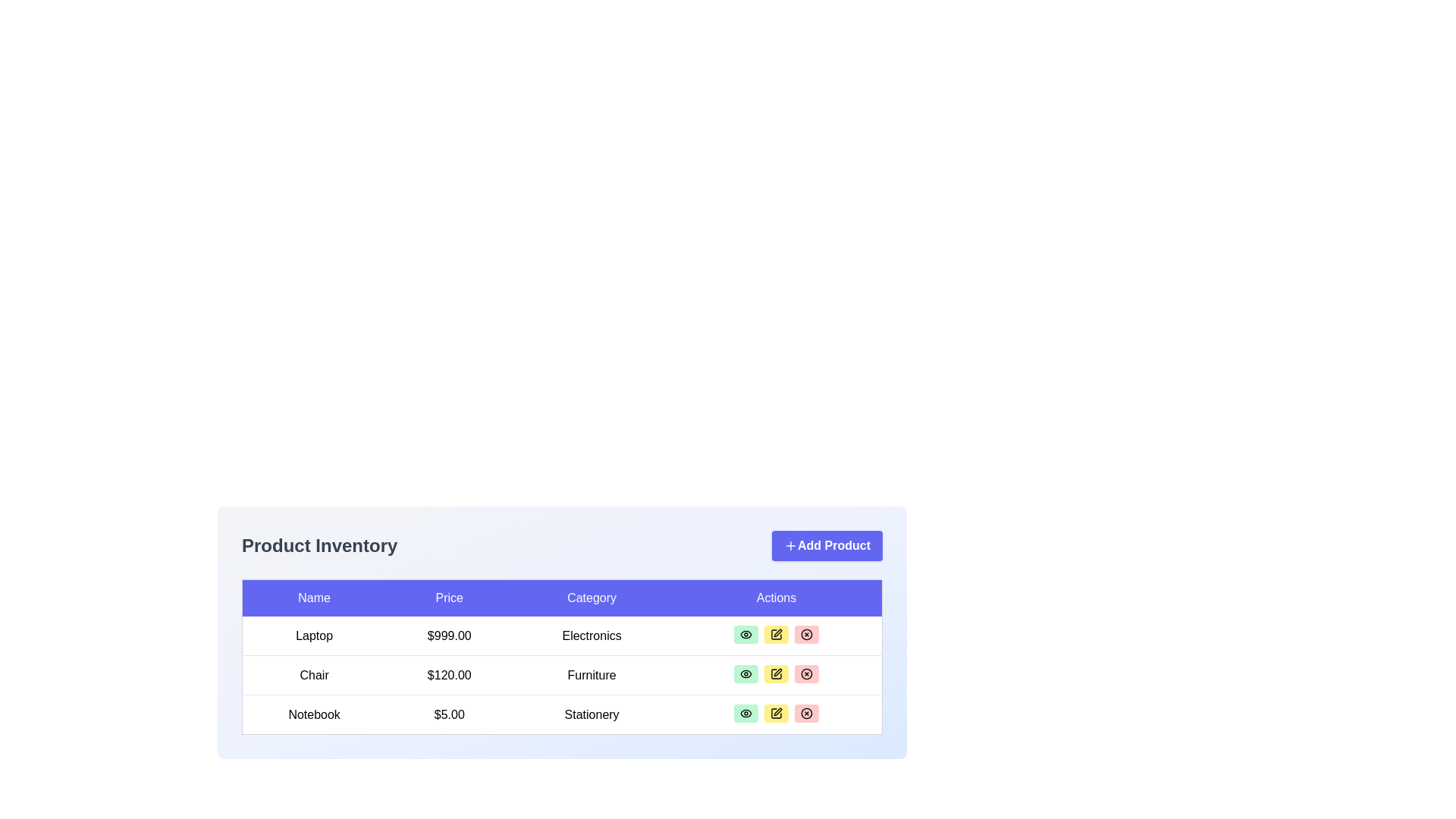 The image size is (1456, 819). What do you see at coordinates (776, 714) in the screenshot?
I see `the edit icon in the last row of the 'Product Inventory' table under the 'Actions' column to initiate an edit action` at bounding box center [776, 714].